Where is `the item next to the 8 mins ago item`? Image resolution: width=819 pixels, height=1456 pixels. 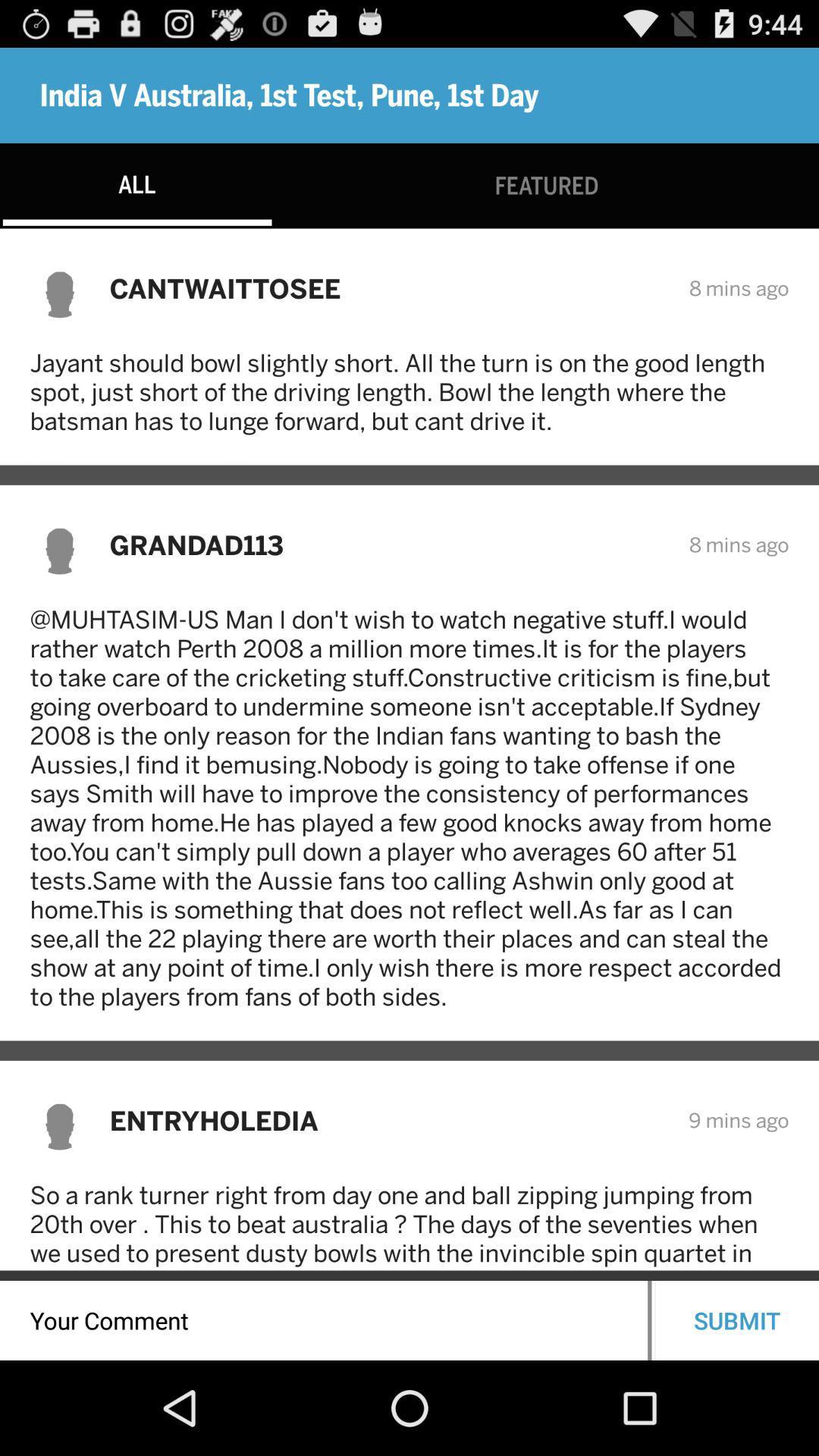 the item next to the 8 mins ago item is located at coordinates (388, 544).